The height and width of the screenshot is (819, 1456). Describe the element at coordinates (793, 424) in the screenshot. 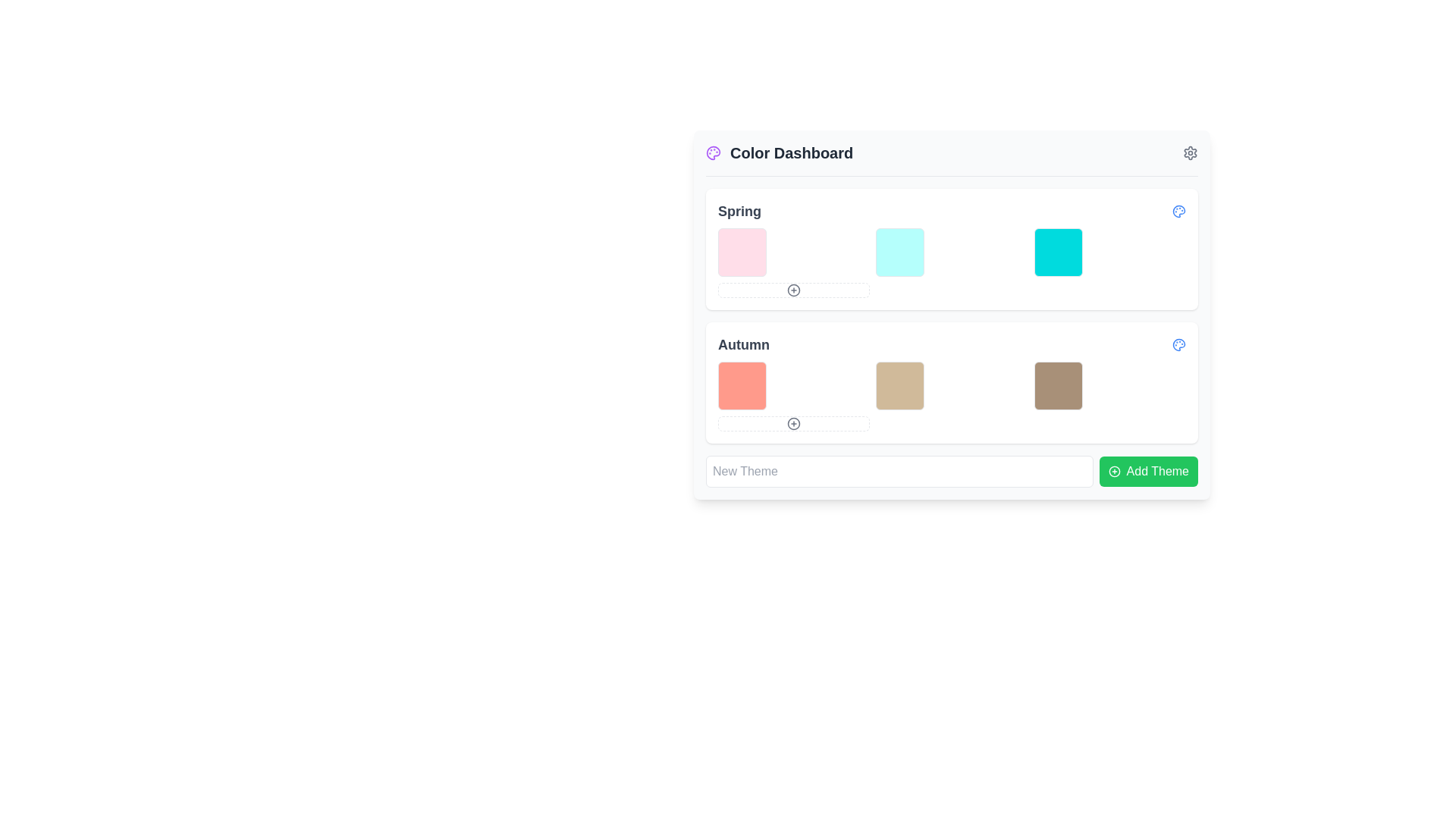

I see `the Circle icon, which is a small circular icon styled with a line drawing, located in the Autumn section of the Color Dashboard within the dashed placeholder area near the color blocks` at that location.